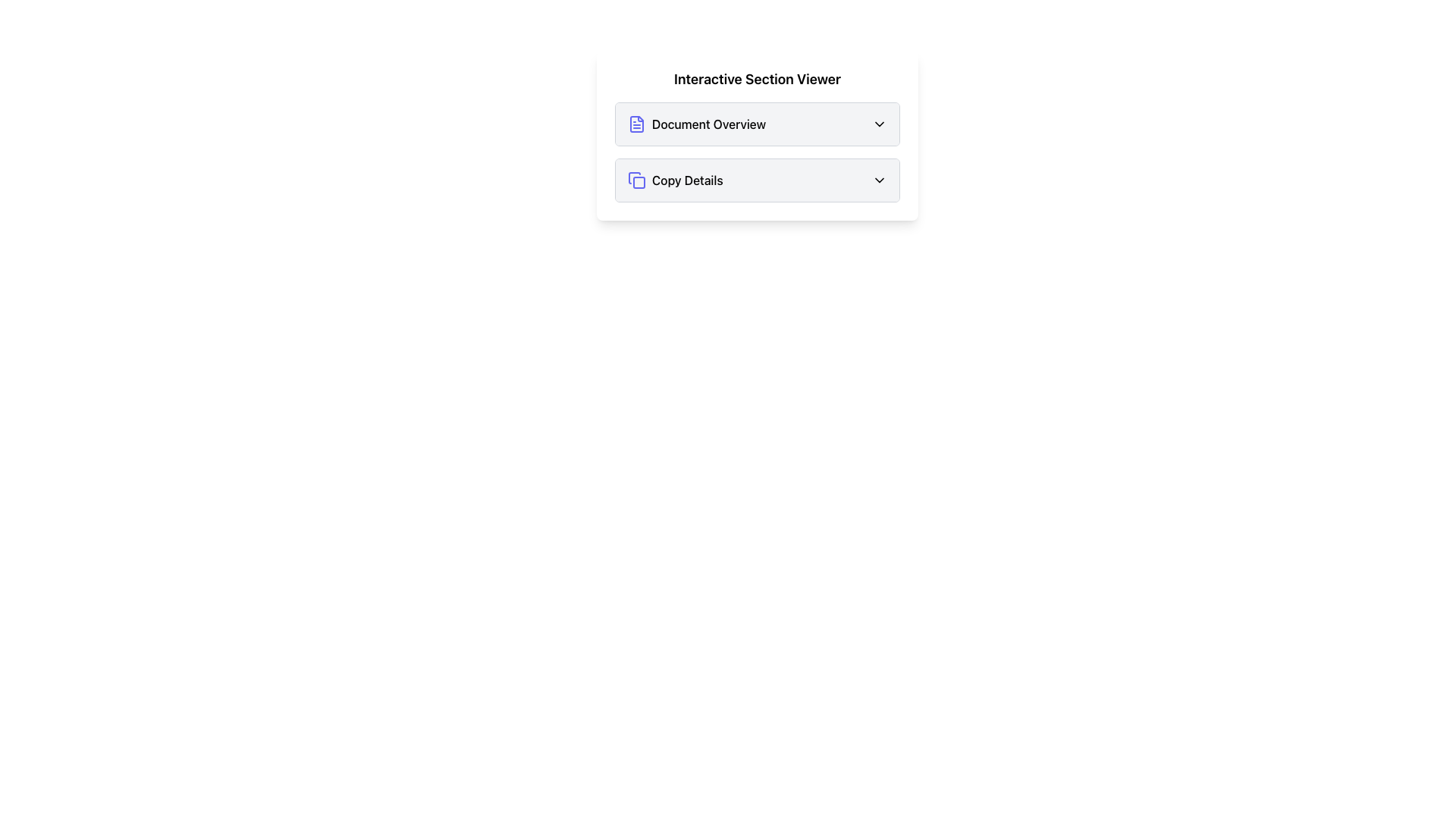 The image size is (1456, 819). Describe the element at coordinates (674, 180) in the screenshot. I see `the 'Copy Details' button, which features an indigo icon of two overlapping squares and medium weight text` at that location.